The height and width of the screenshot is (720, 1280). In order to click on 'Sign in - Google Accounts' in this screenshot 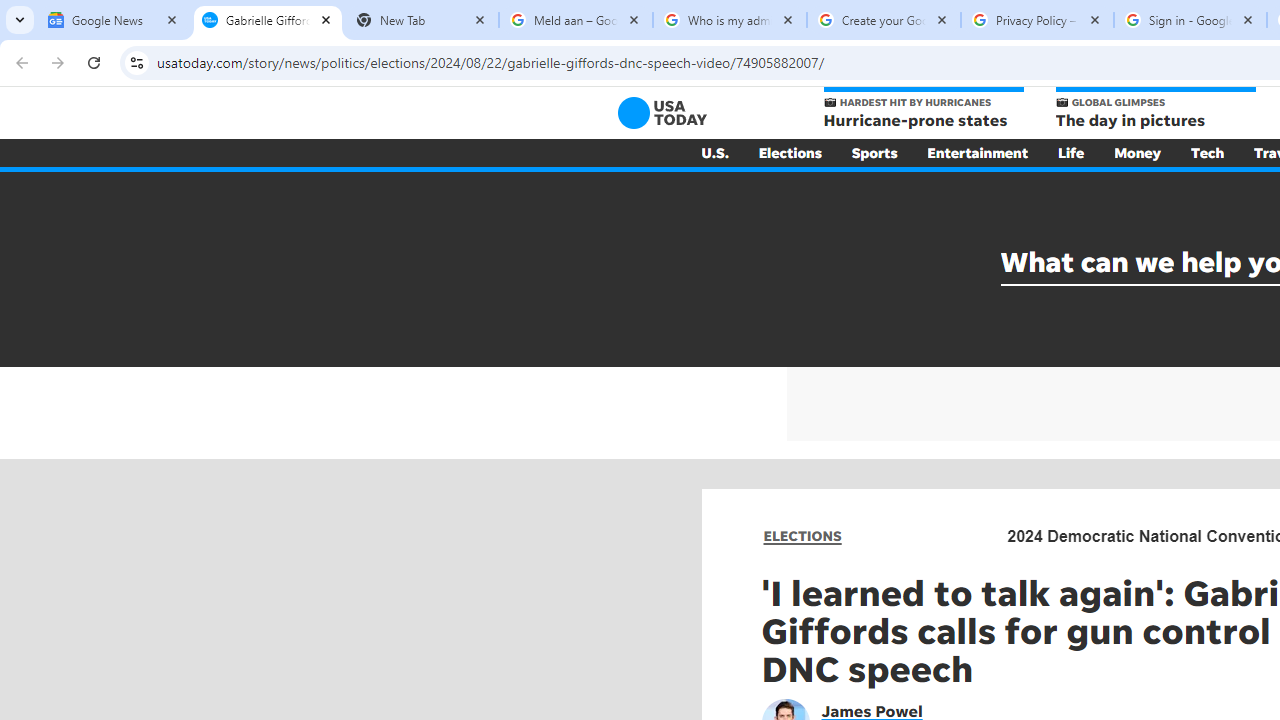, I will do `click(1190, 20)`.